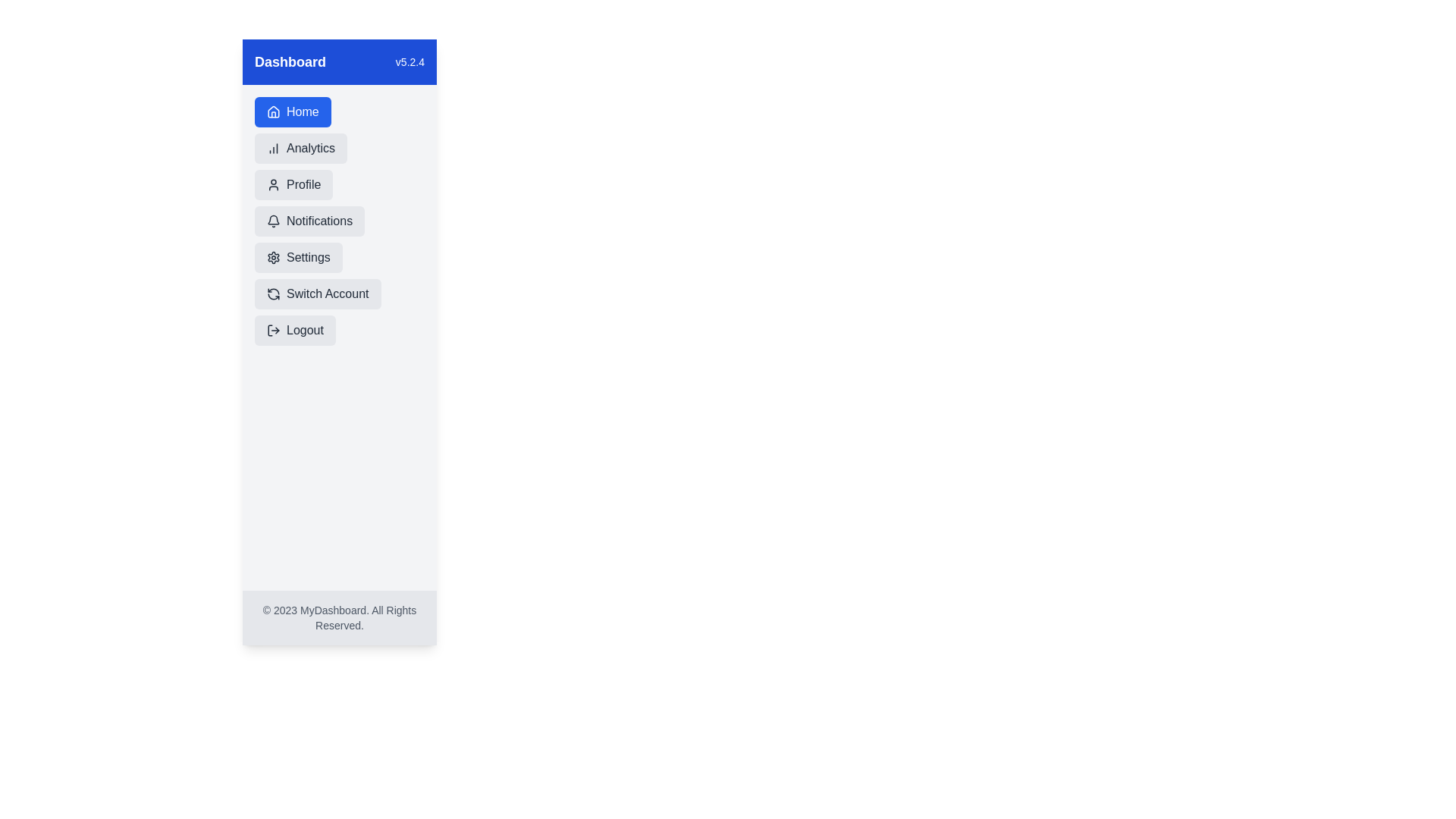  I want to click on the 'Logout' button with a log-out arrow icon, located at the bottom of the sidebar menu, to log out, so click(295, 329).